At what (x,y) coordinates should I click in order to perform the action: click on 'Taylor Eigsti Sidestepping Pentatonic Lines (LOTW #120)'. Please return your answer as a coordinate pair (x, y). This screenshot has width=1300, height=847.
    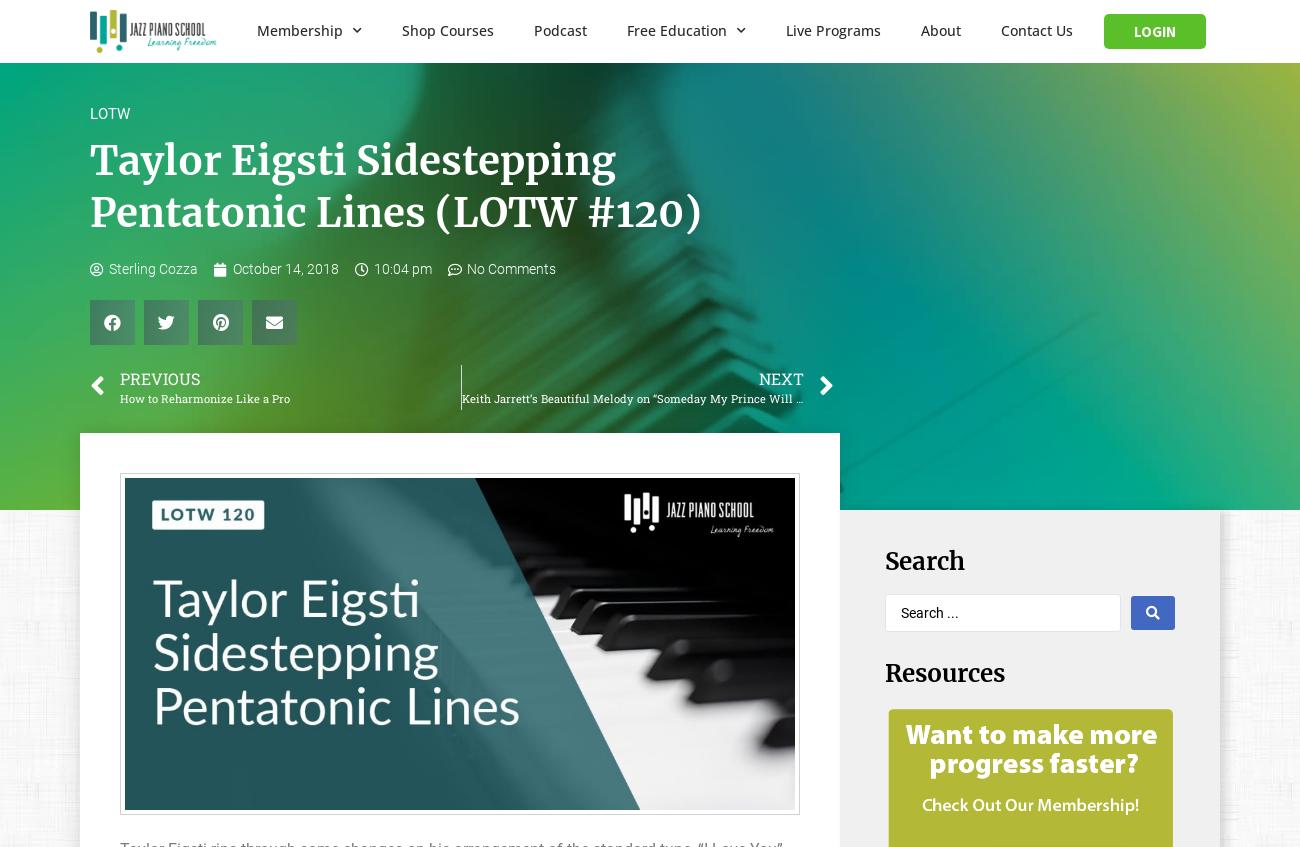
    Looking at the image, I should click on (395, 187).